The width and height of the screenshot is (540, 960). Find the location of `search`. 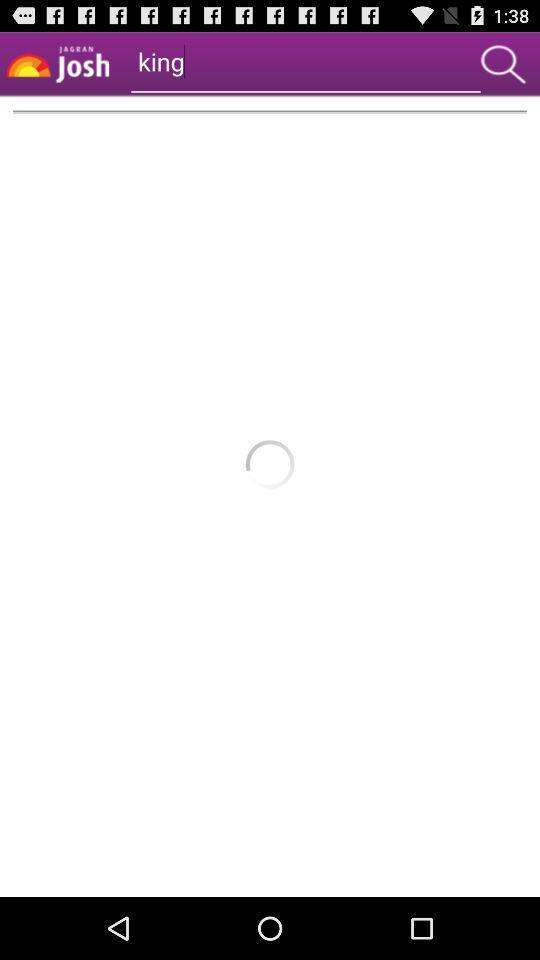

search is located at coordinates (502, 64).